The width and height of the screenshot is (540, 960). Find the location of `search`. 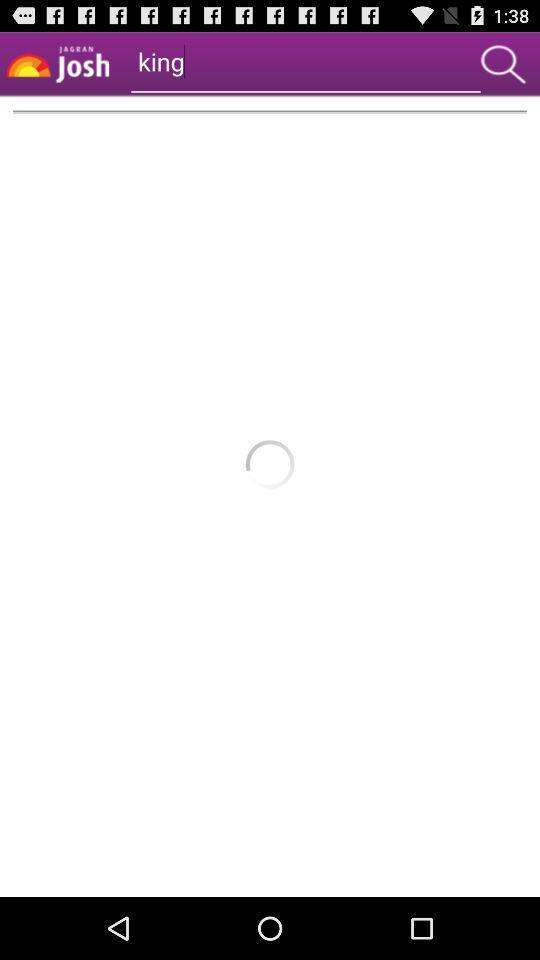

search is located at coordinates (502, 64).